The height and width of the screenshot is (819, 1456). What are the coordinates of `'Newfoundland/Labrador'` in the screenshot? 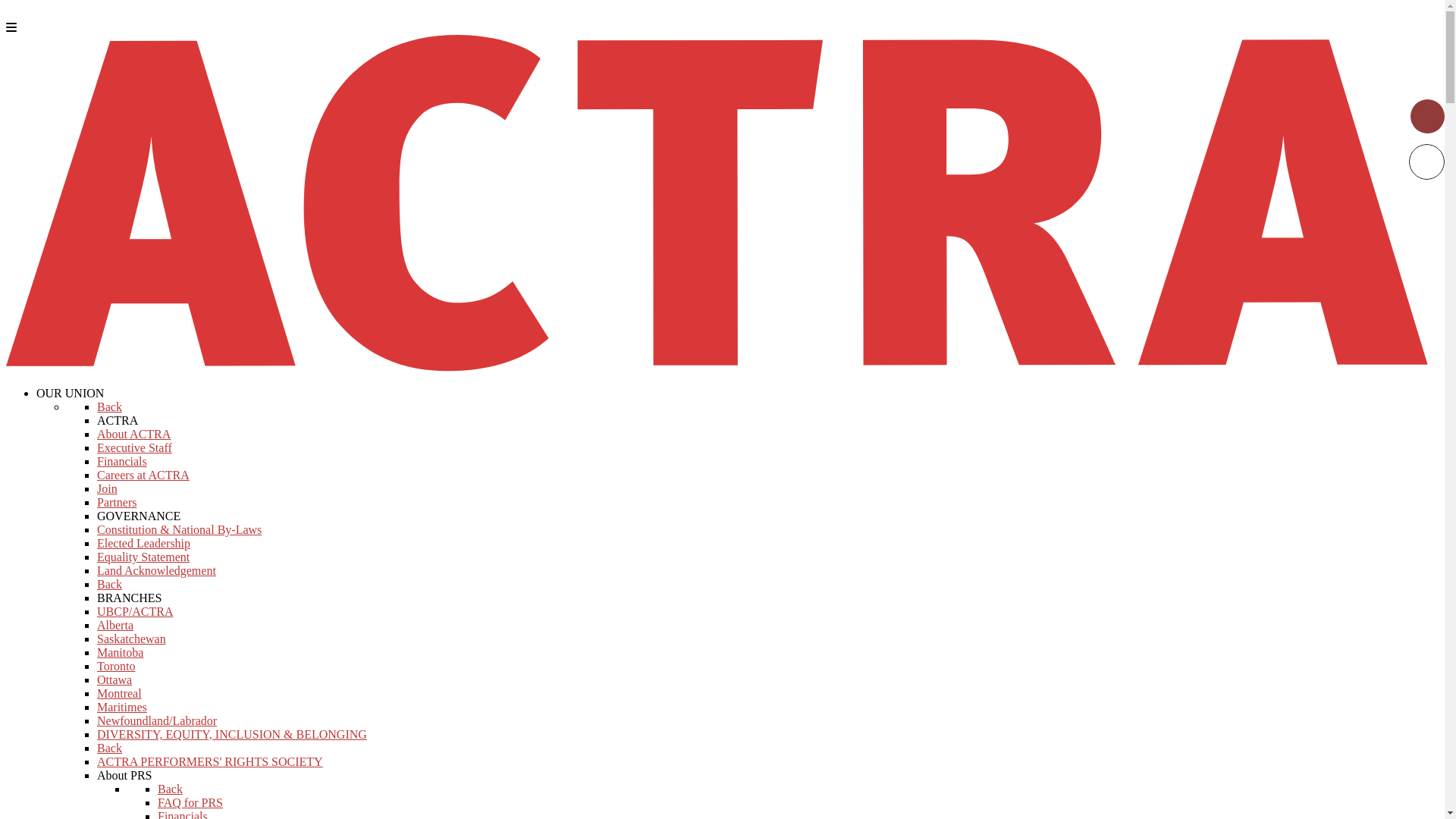 It's located at (156, 720).